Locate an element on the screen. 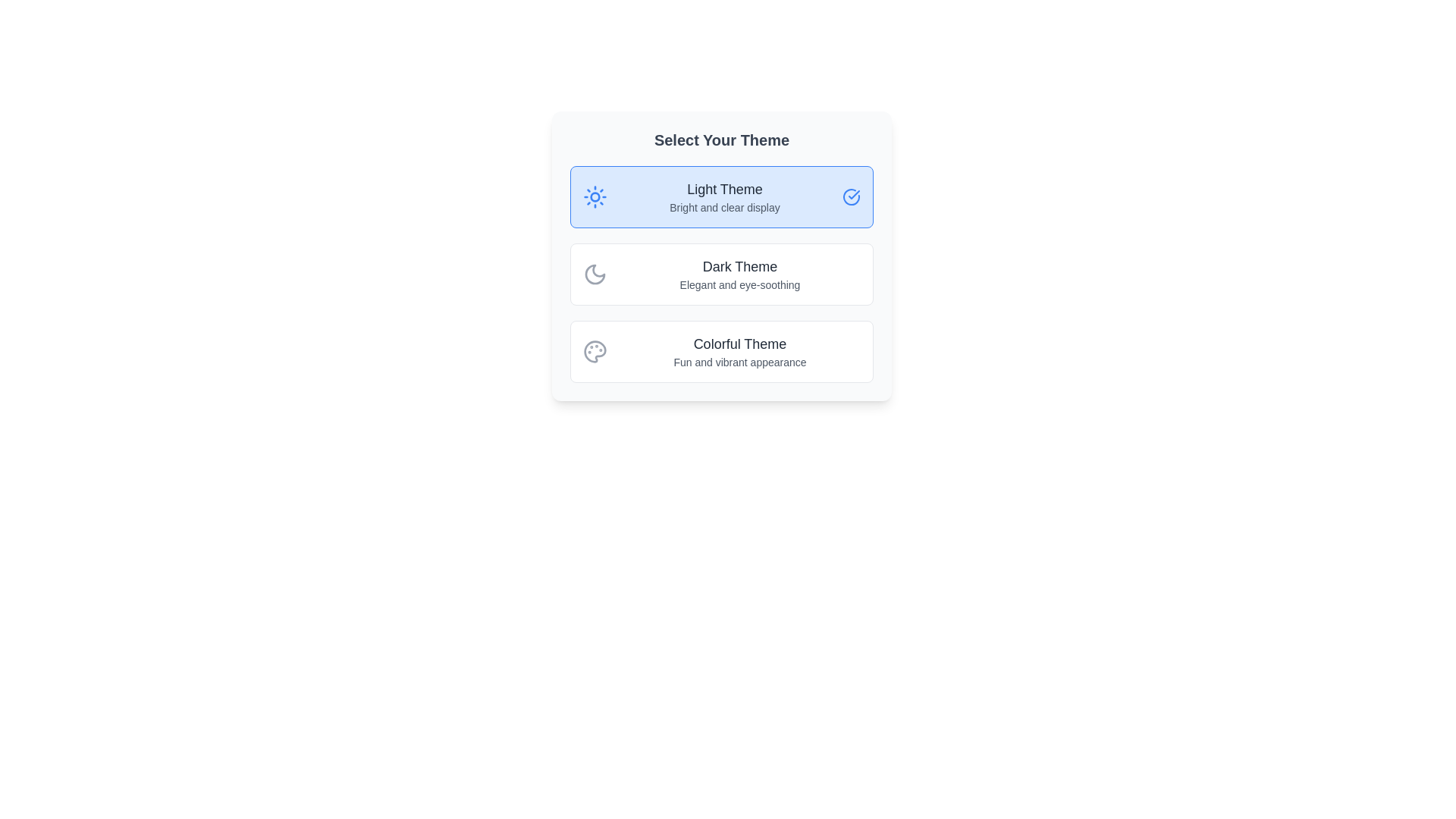 Image resolution: width=1456 pixels, height=819 pixels. the circular checkmark icon with a blue border is located at coordinates (852, 196).